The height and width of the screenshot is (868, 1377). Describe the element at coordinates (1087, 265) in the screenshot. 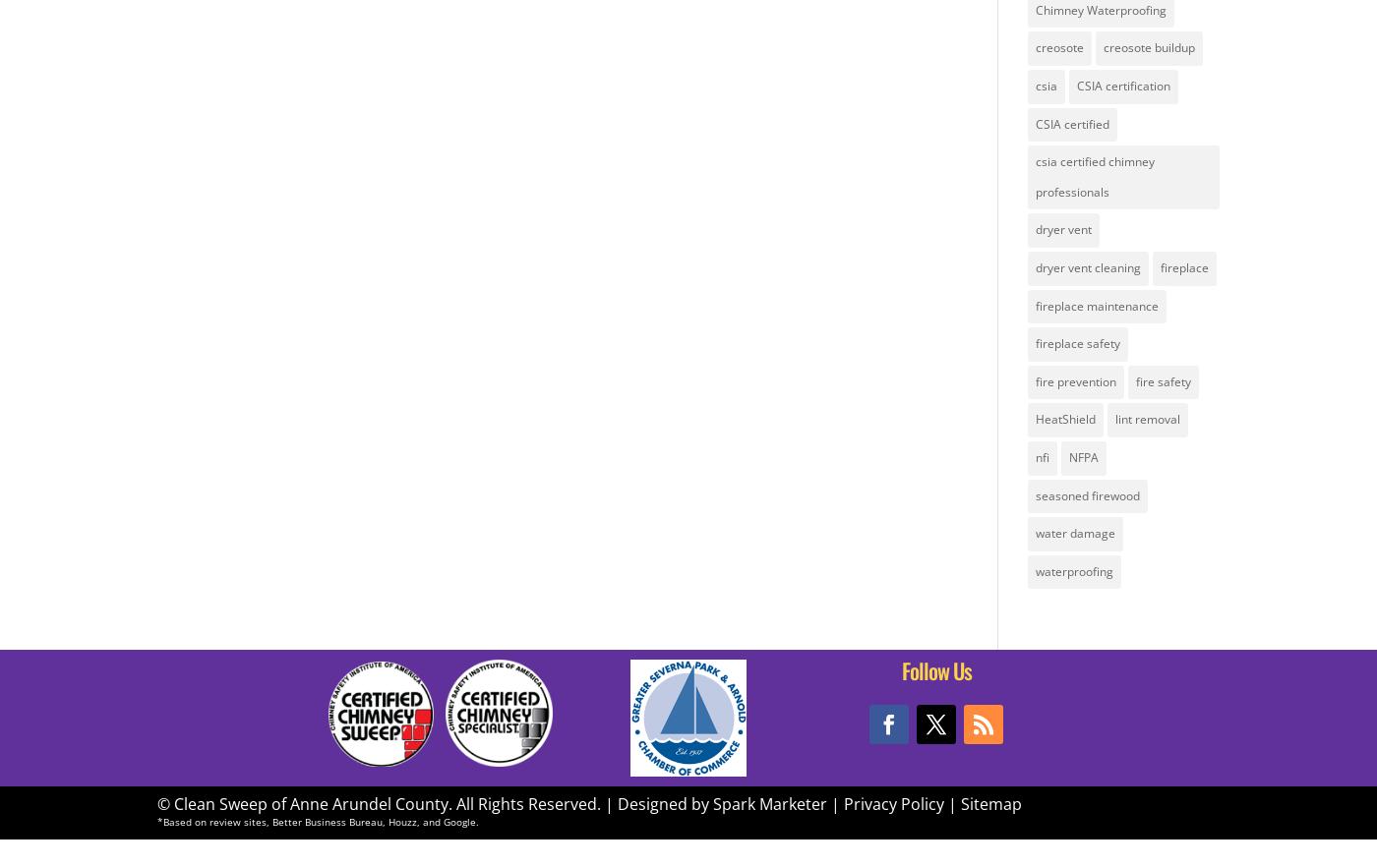

I see `'dryer vent cleaning'` at that location.